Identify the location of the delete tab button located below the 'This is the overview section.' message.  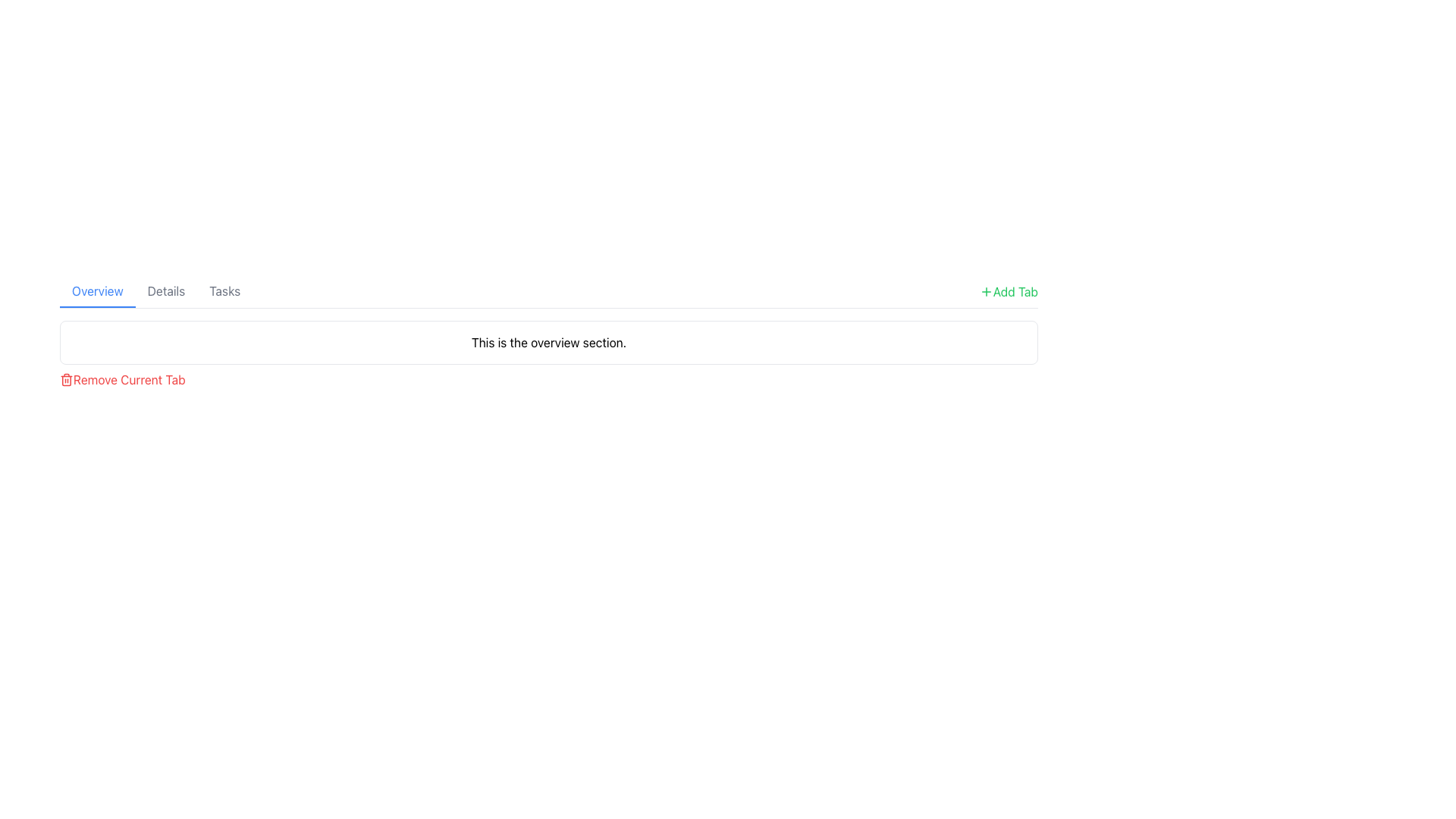
(122, 379).